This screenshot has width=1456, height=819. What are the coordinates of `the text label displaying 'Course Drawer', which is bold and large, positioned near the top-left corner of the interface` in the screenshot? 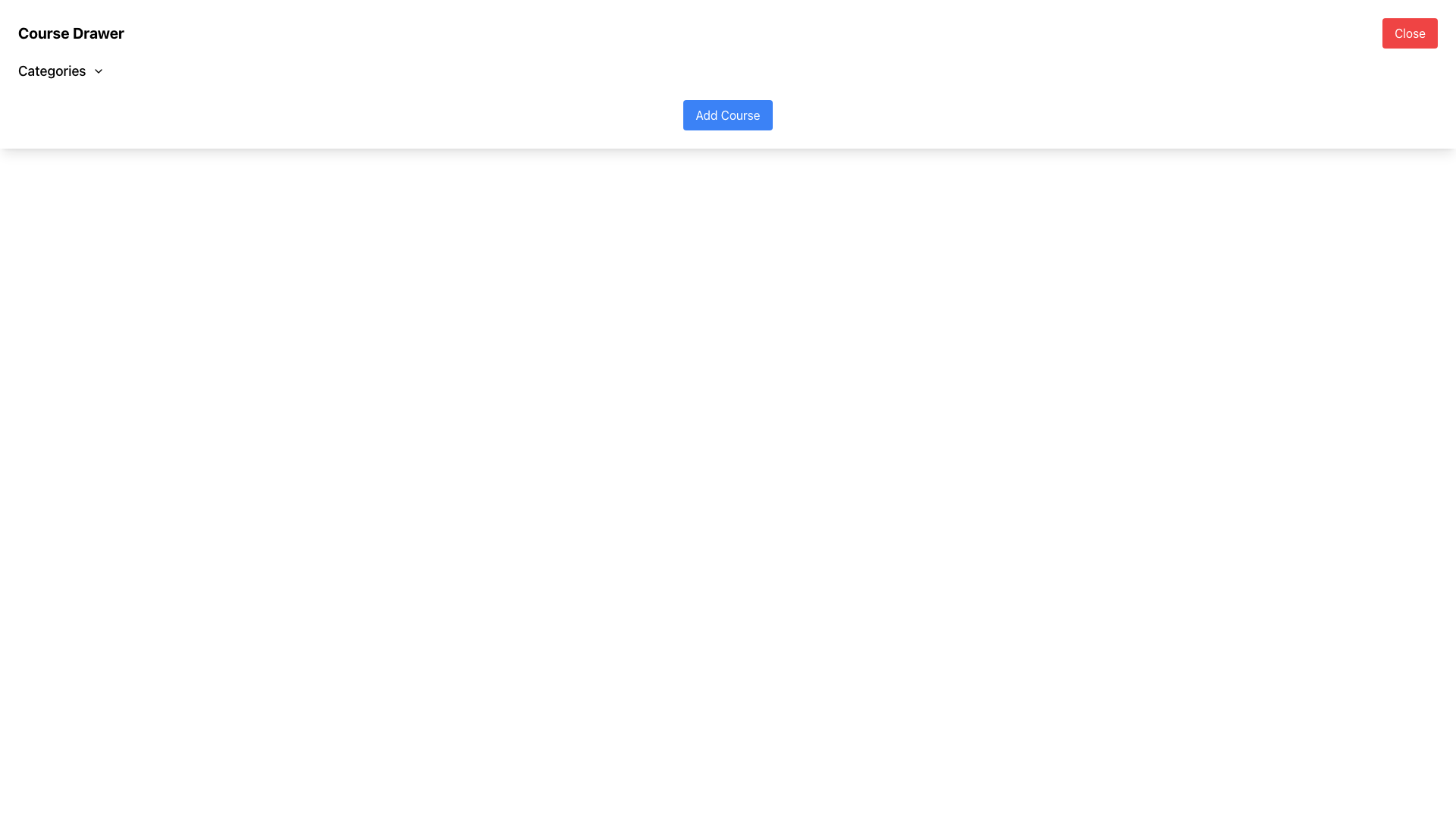 It's located at (70, 33).